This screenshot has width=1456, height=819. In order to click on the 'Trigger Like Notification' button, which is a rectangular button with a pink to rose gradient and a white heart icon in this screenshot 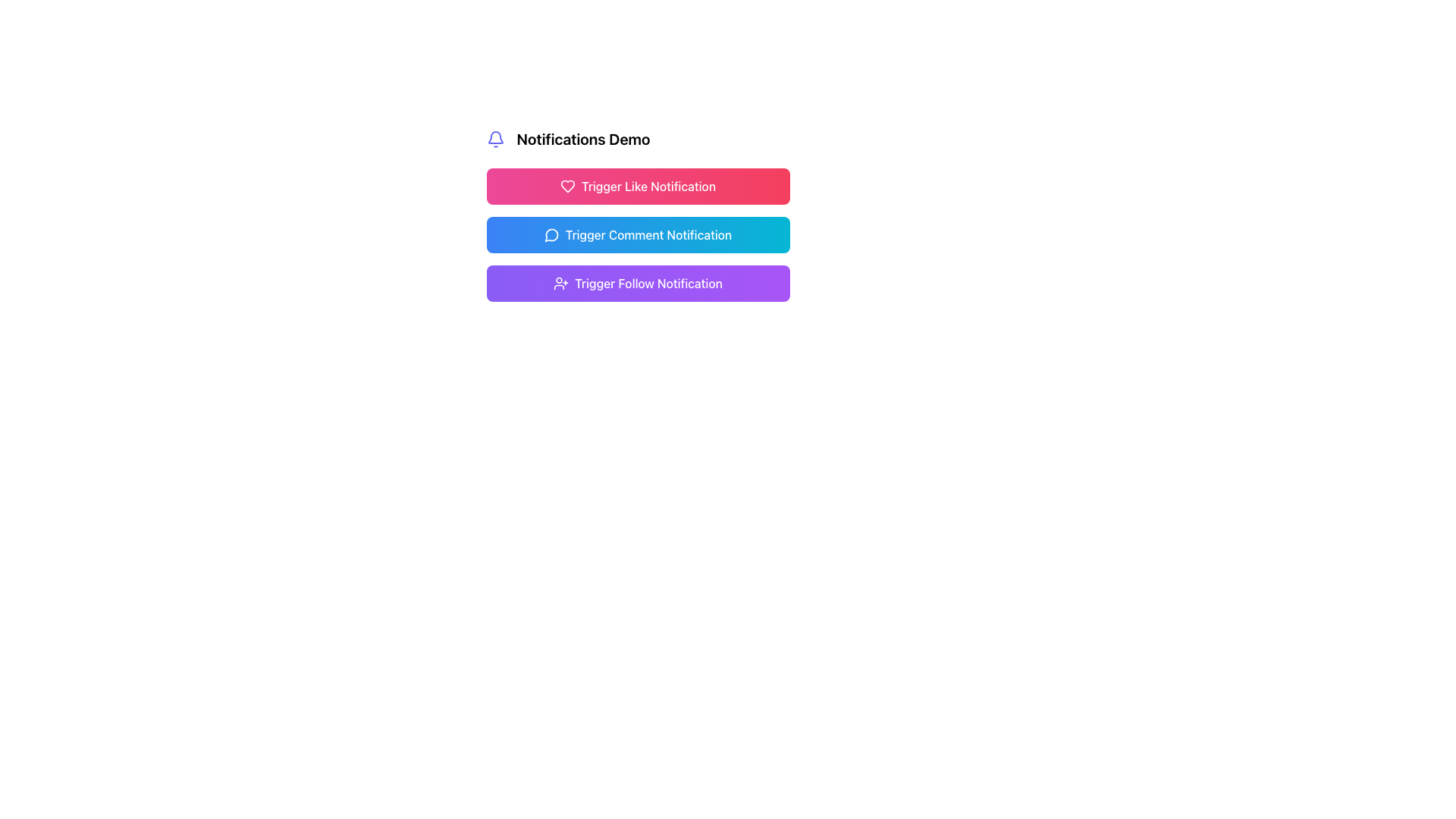, I will do `click(638, 186)`.